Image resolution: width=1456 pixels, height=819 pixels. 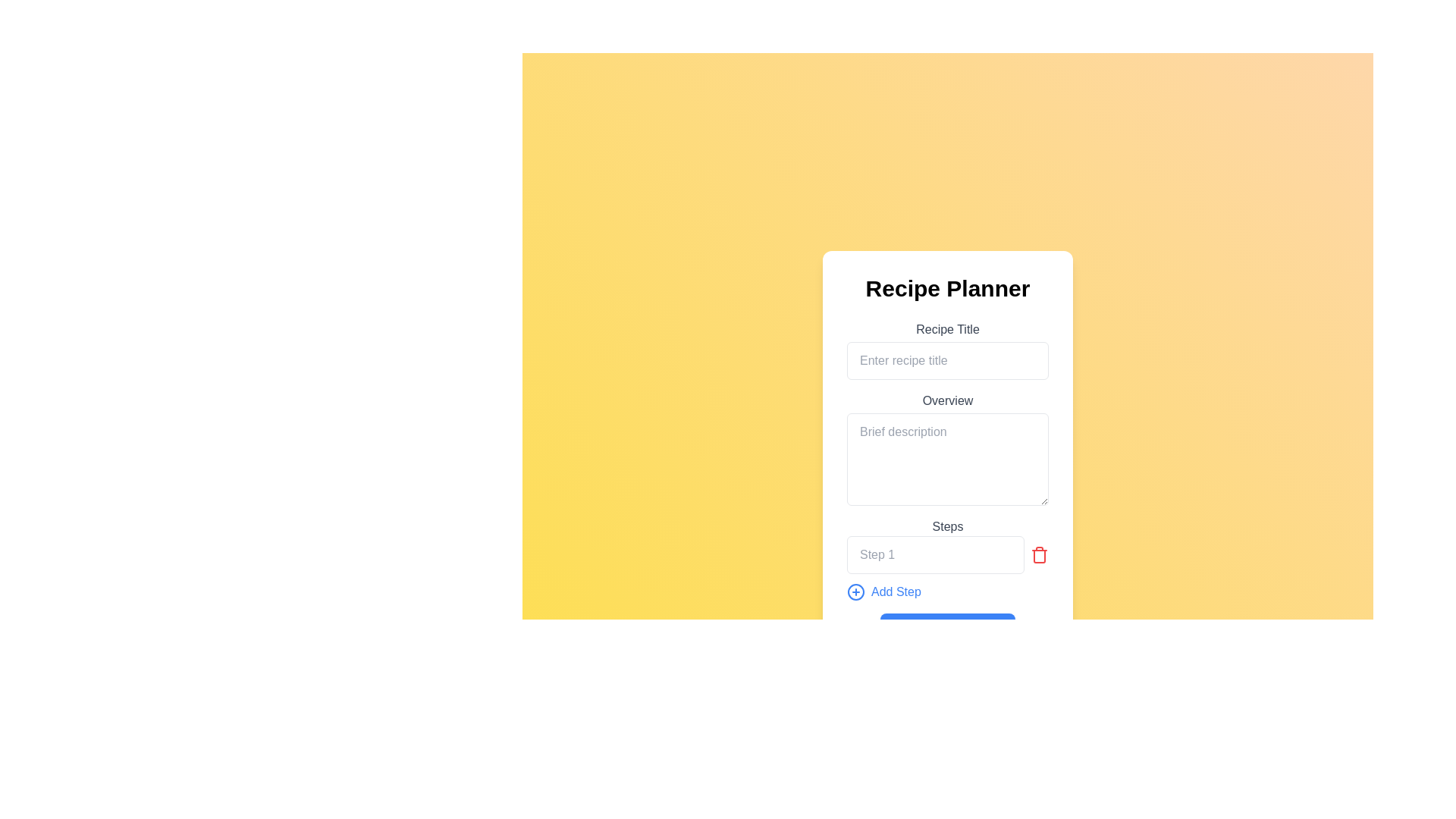 I want to click on the 'Add Step' icon located to the left of the 'Add Step' text within the button at the bottom center of the interface, so click(x=855, y=590).